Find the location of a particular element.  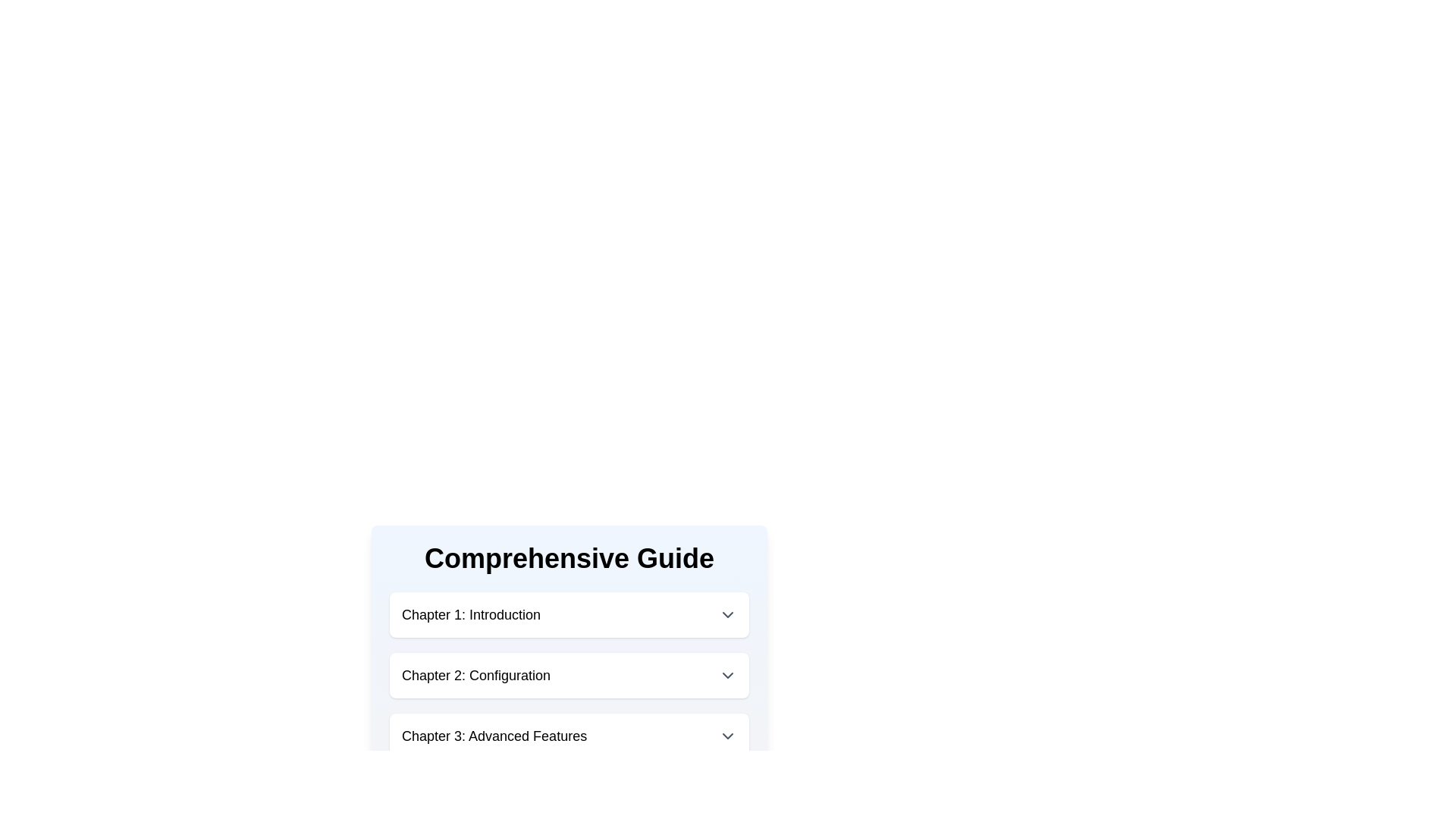

the downward-facing gray chevron icon located to the right of the text 'Chapter 1: Introduction' is located at coordinates (728, 614).